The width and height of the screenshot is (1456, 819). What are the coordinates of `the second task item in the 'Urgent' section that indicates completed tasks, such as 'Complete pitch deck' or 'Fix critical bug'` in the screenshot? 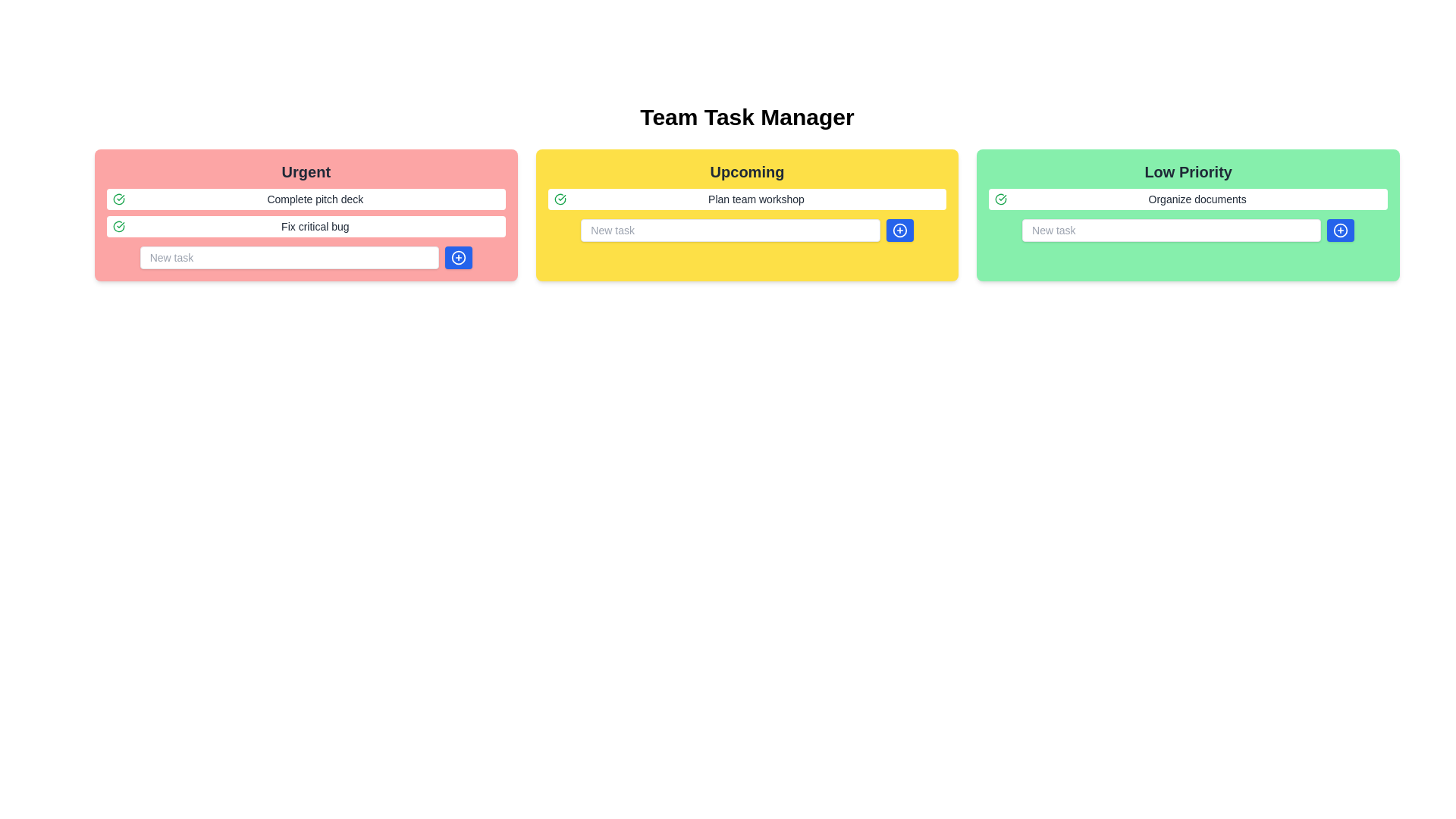 It's located at (305, 213).